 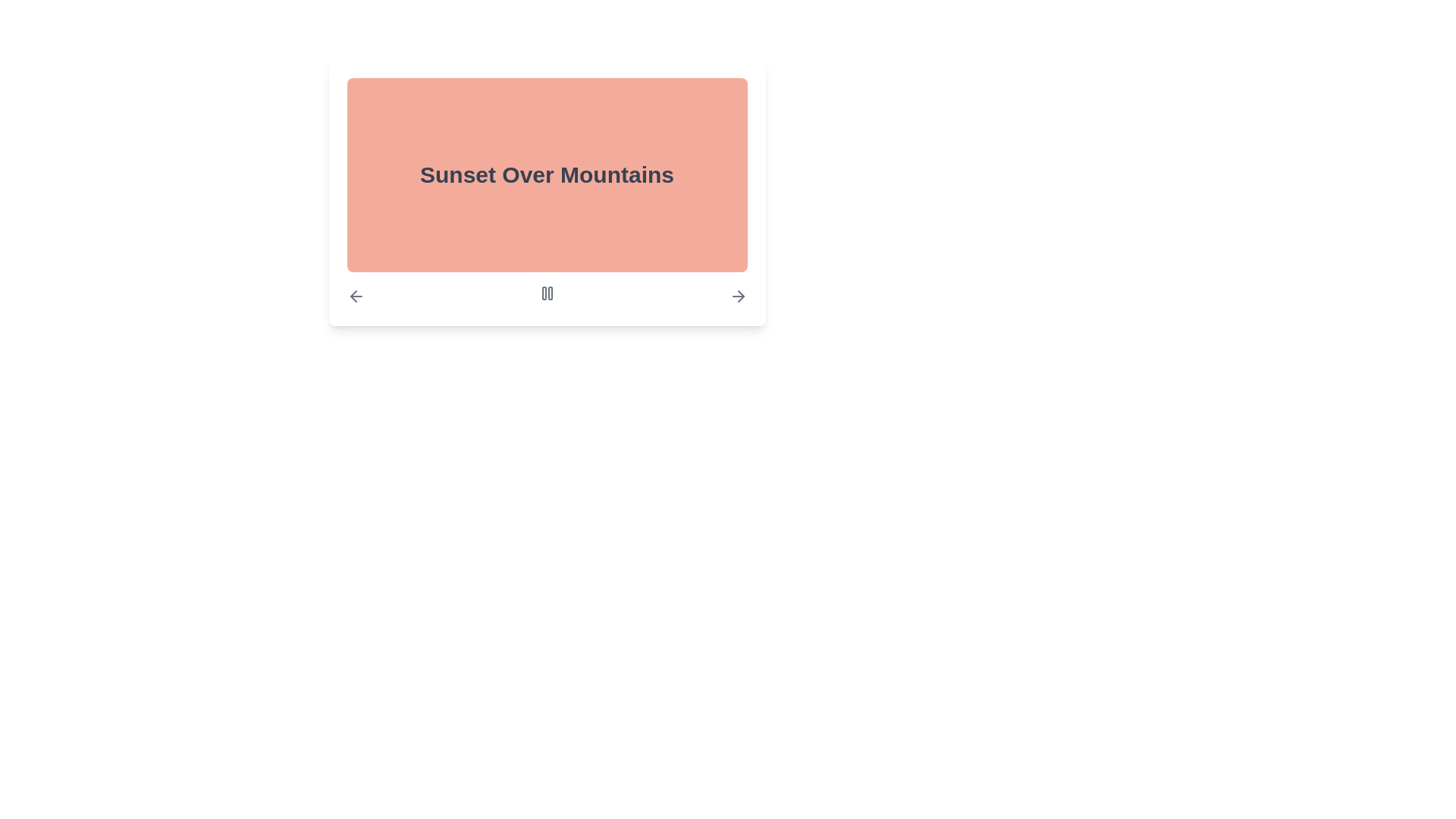 I want to click on the pause button located at the center of the media control navigation bar to change its color, so click(x=546, y=293).